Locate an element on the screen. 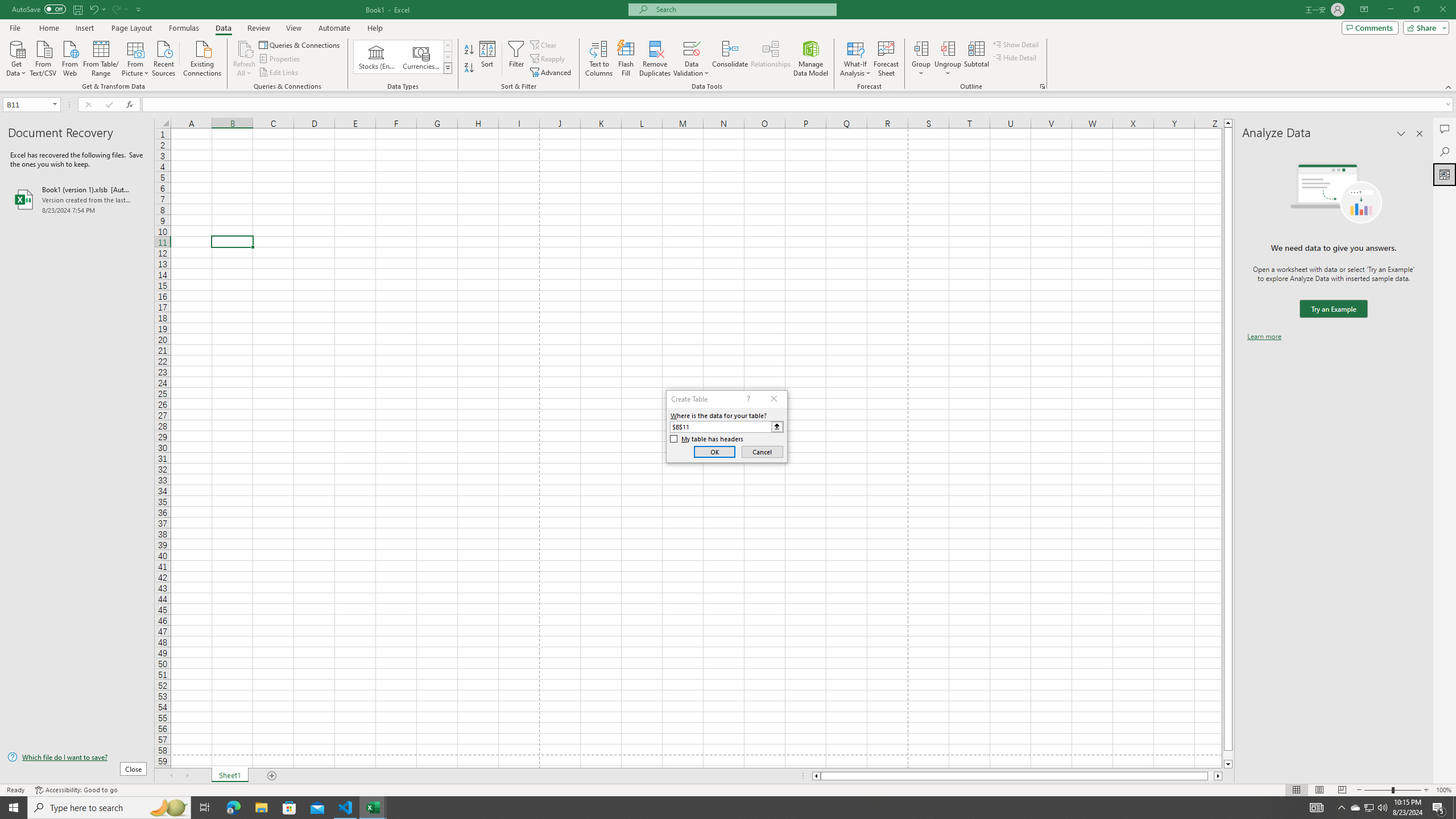  'Existing Connections' is located at coordinates (201, 57).